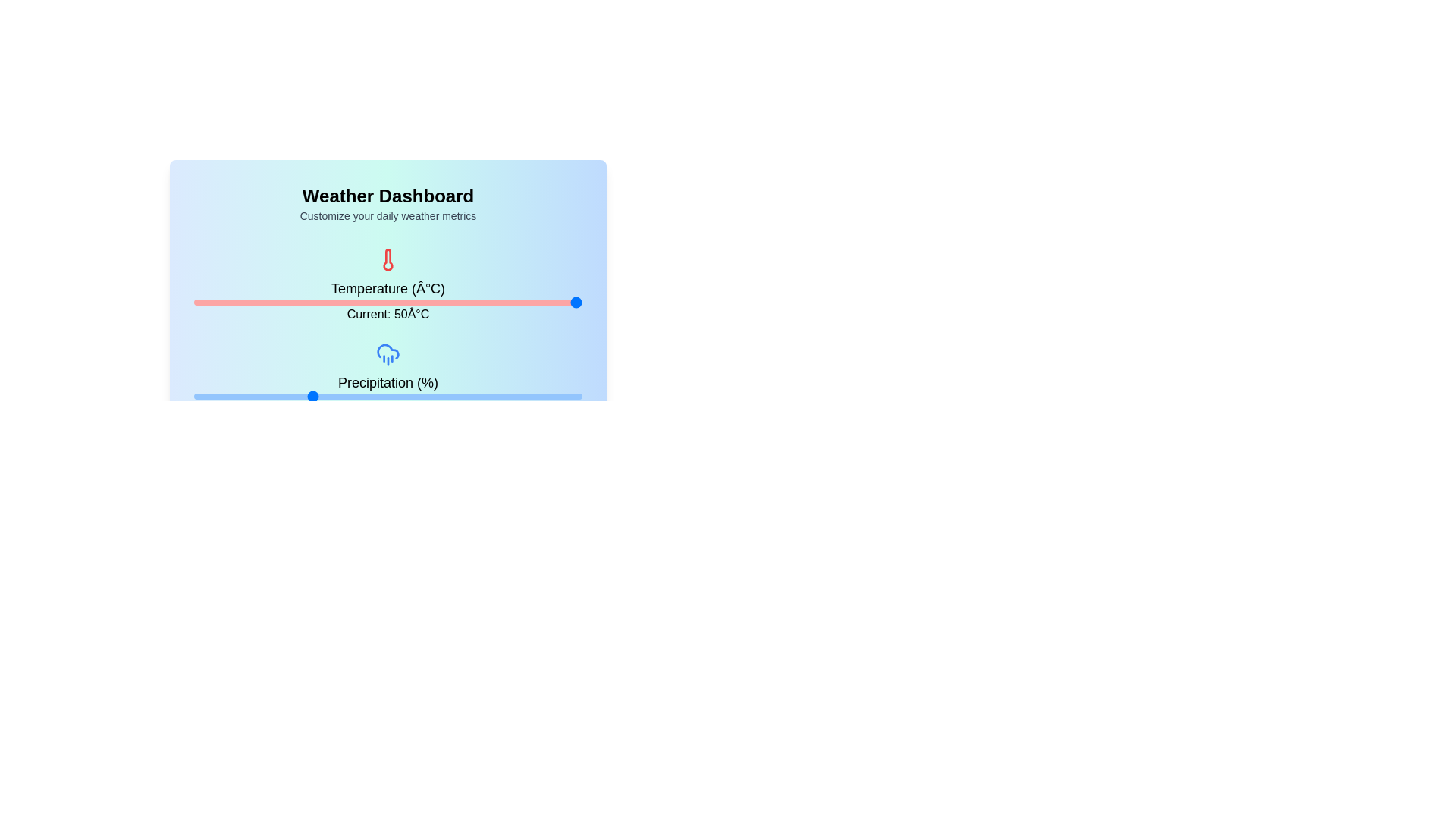 This screenshot has width=1456, height=819. Describe the element at coordinates (388, 353) in the screenshot. I see `the Decorative SVG cloud icon with raindrops that is part of the weather-related visualization, located above the 'Precipitation (%)' label` at that location.